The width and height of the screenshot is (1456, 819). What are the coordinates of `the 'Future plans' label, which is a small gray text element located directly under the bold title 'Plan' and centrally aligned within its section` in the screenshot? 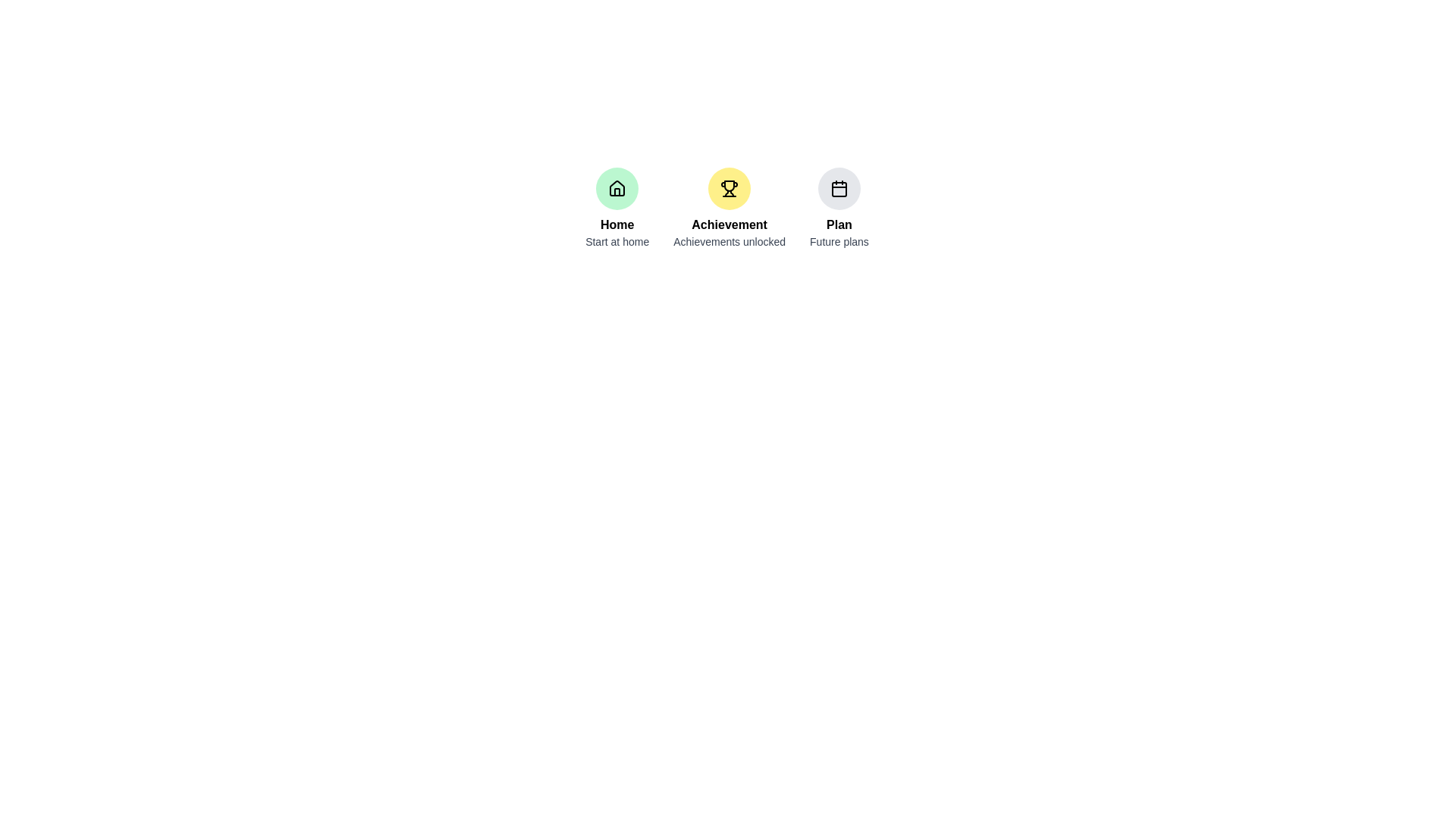 It's located at (838, 241).